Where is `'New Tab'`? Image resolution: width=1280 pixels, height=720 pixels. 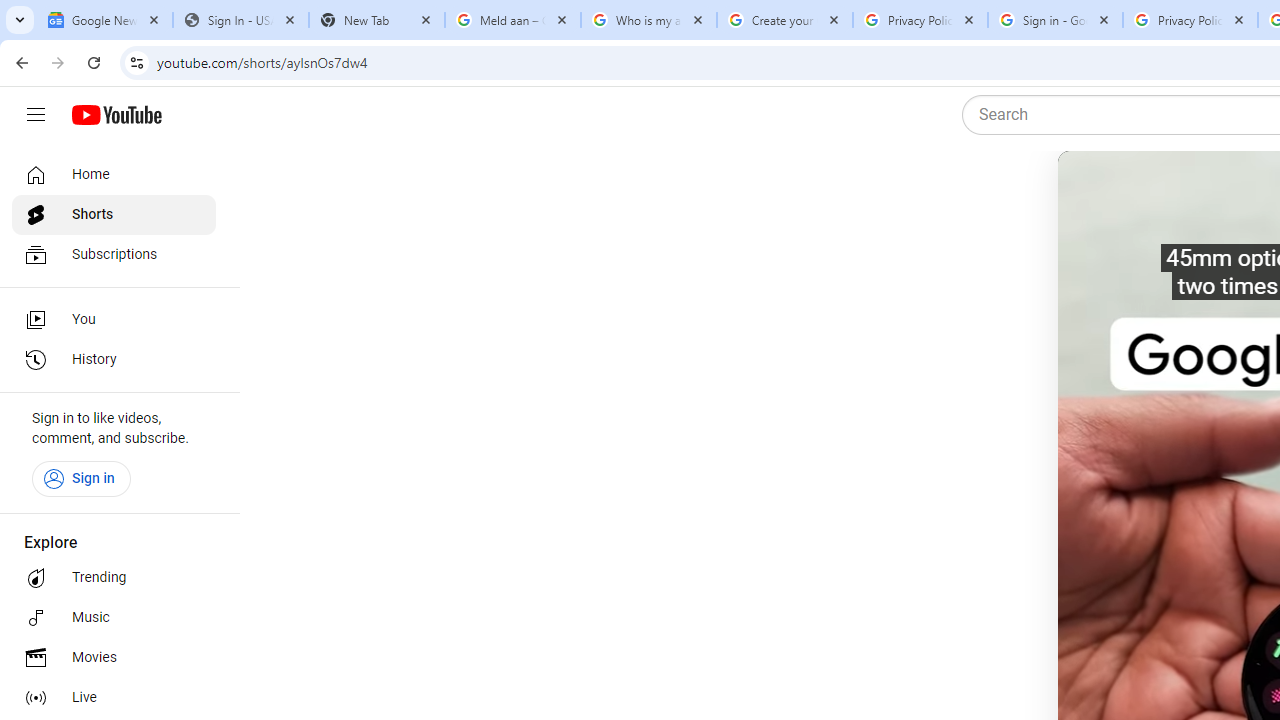
'New Tab' is located at coordinates (376, 20).